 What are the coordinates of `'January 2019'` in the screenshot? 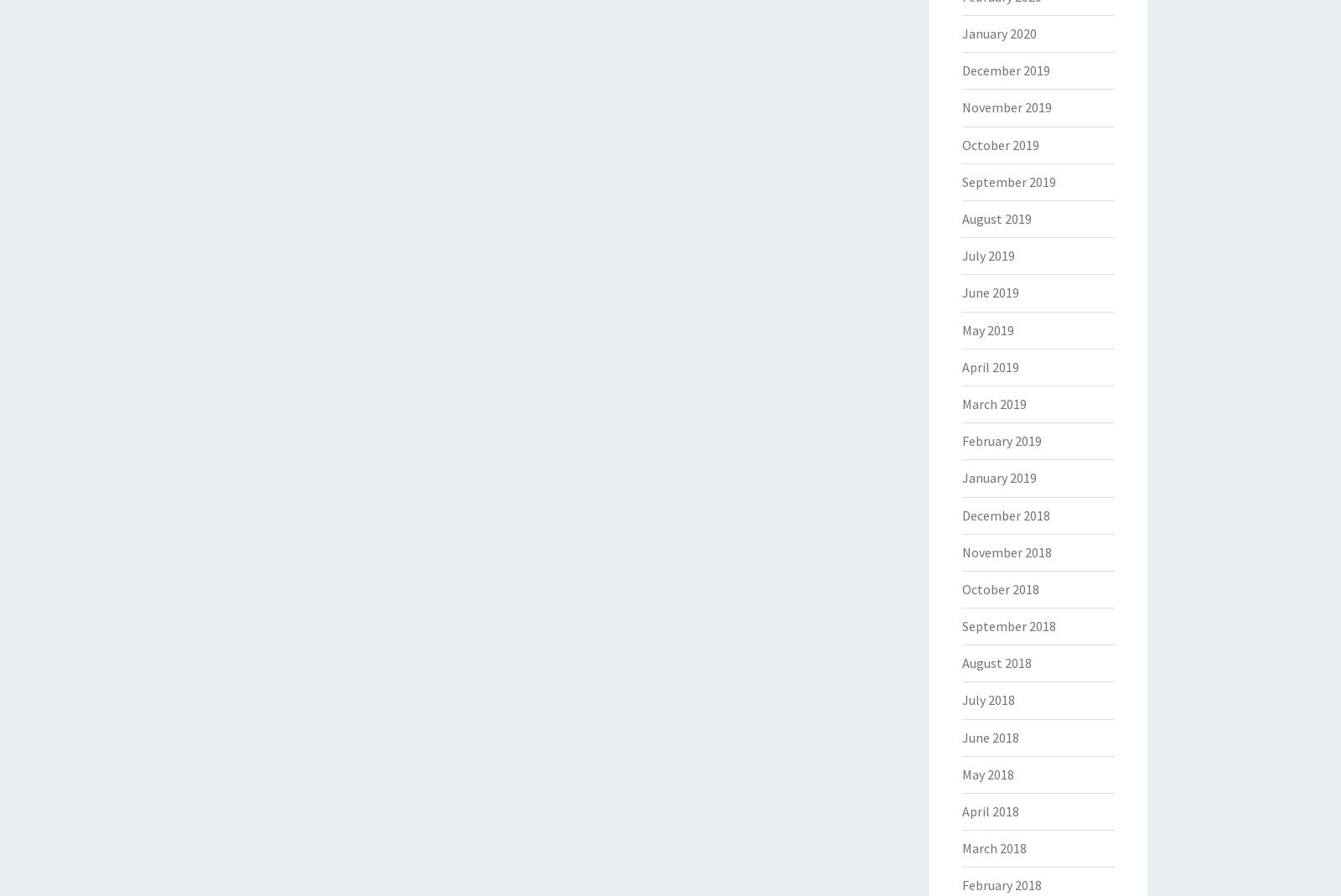 It's located at (998, 477).